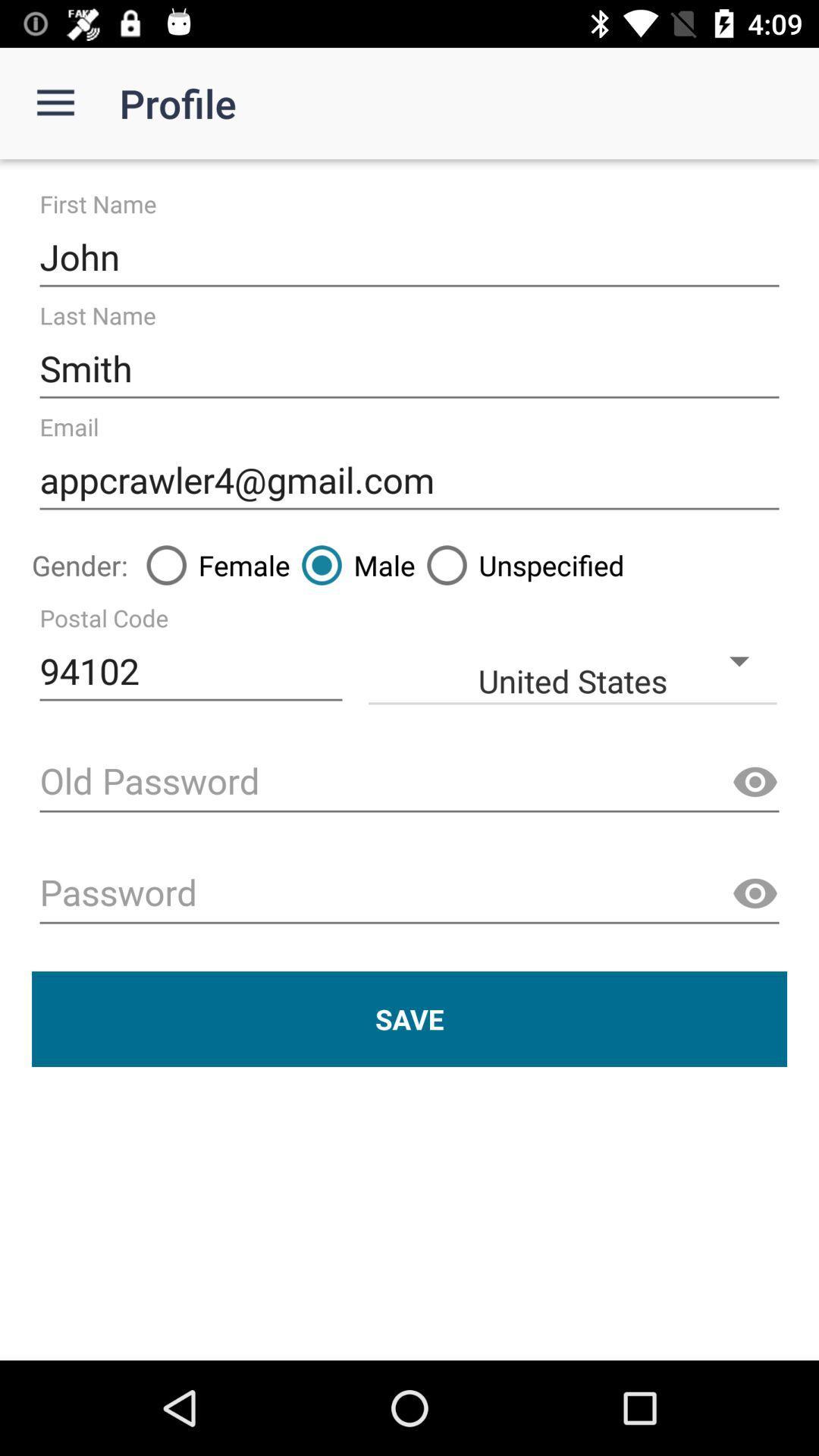 Image resolution: width=819 pixels, height=1456 pixels. What do you see at coordinates (409, 369) in the screenshot?
I see `the smith` at bounding box center [409, 369].